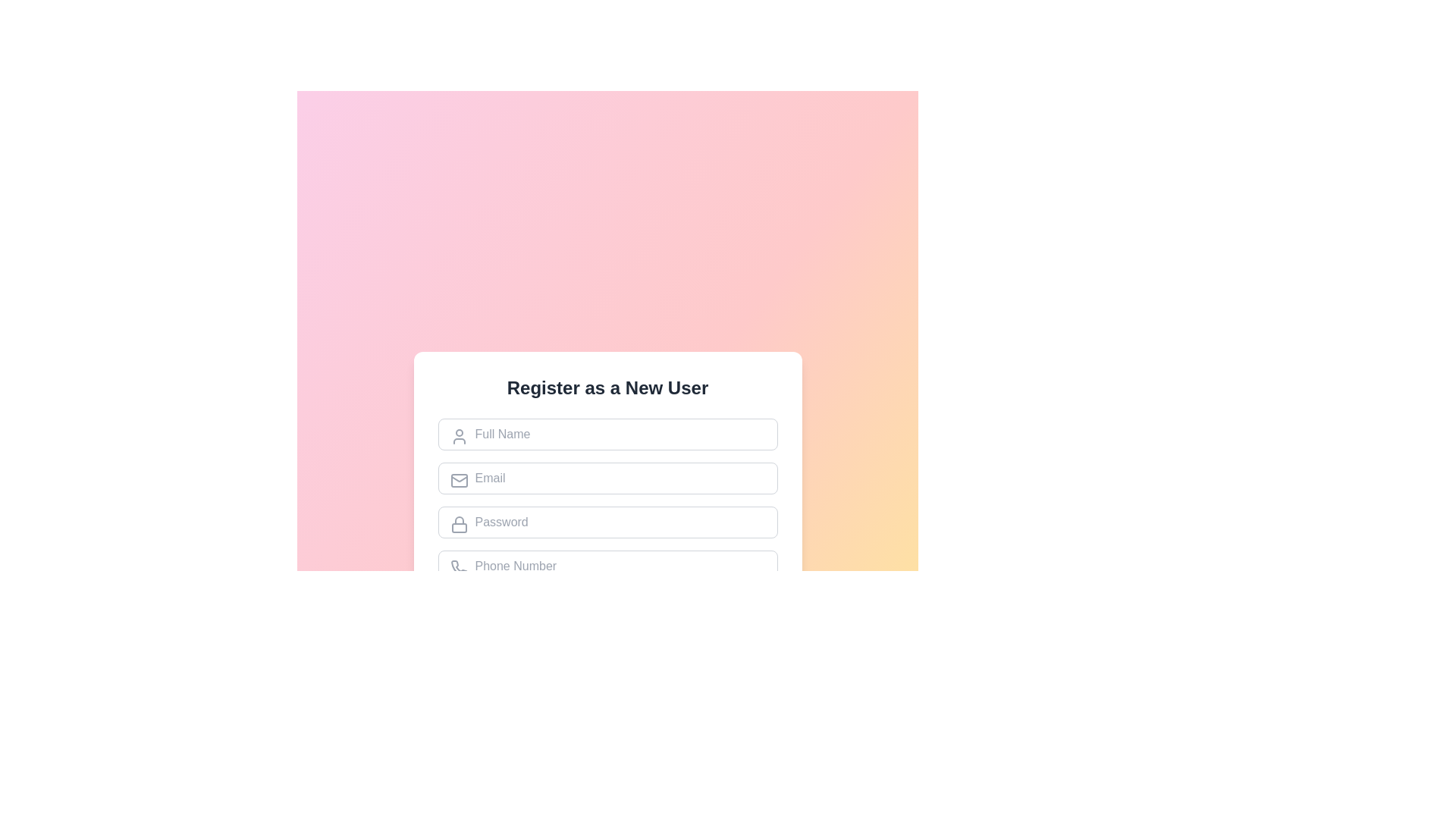 The image size is (1456, 819). What do you see at coordinates (458, 479) in the screenshot?
I see `the graphic decoration resembling the envelope's closing flap, which is part of the email icon in the registration form` at bounding box center [458, 479].